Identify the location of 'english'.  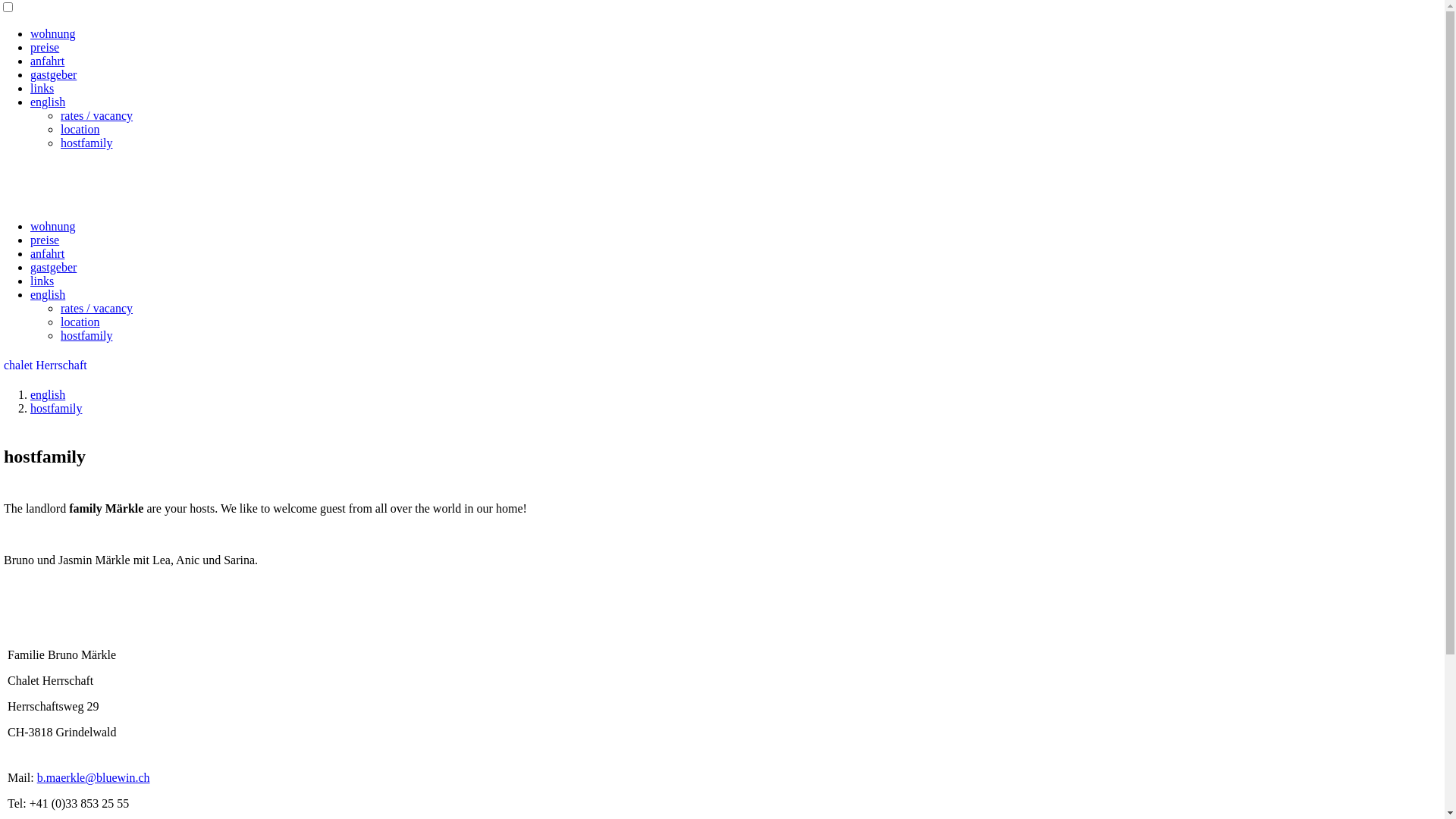
(47, 394).